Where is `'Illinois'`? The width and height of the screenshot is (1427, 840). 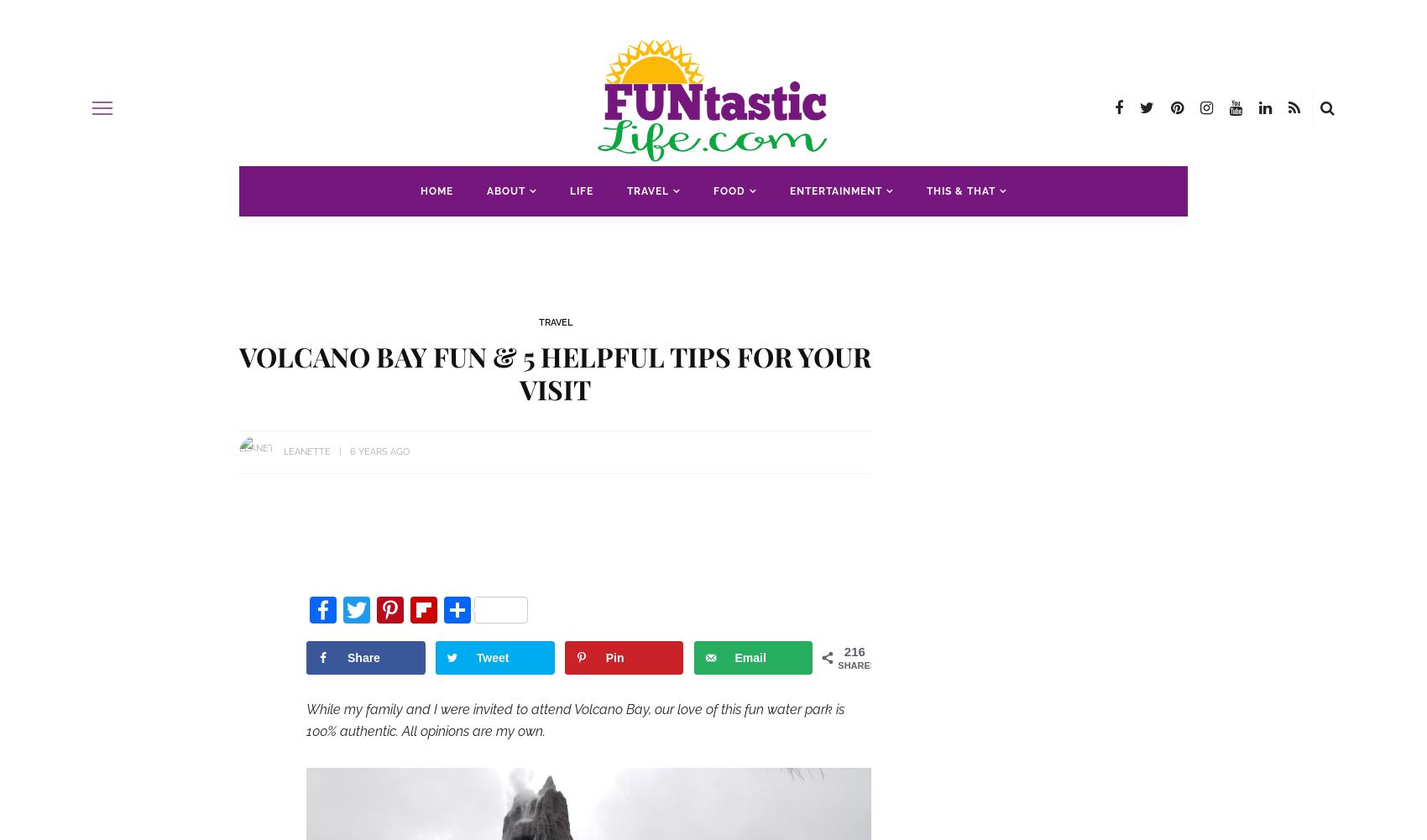 'Illinois' is located at coordinates (828, 456).